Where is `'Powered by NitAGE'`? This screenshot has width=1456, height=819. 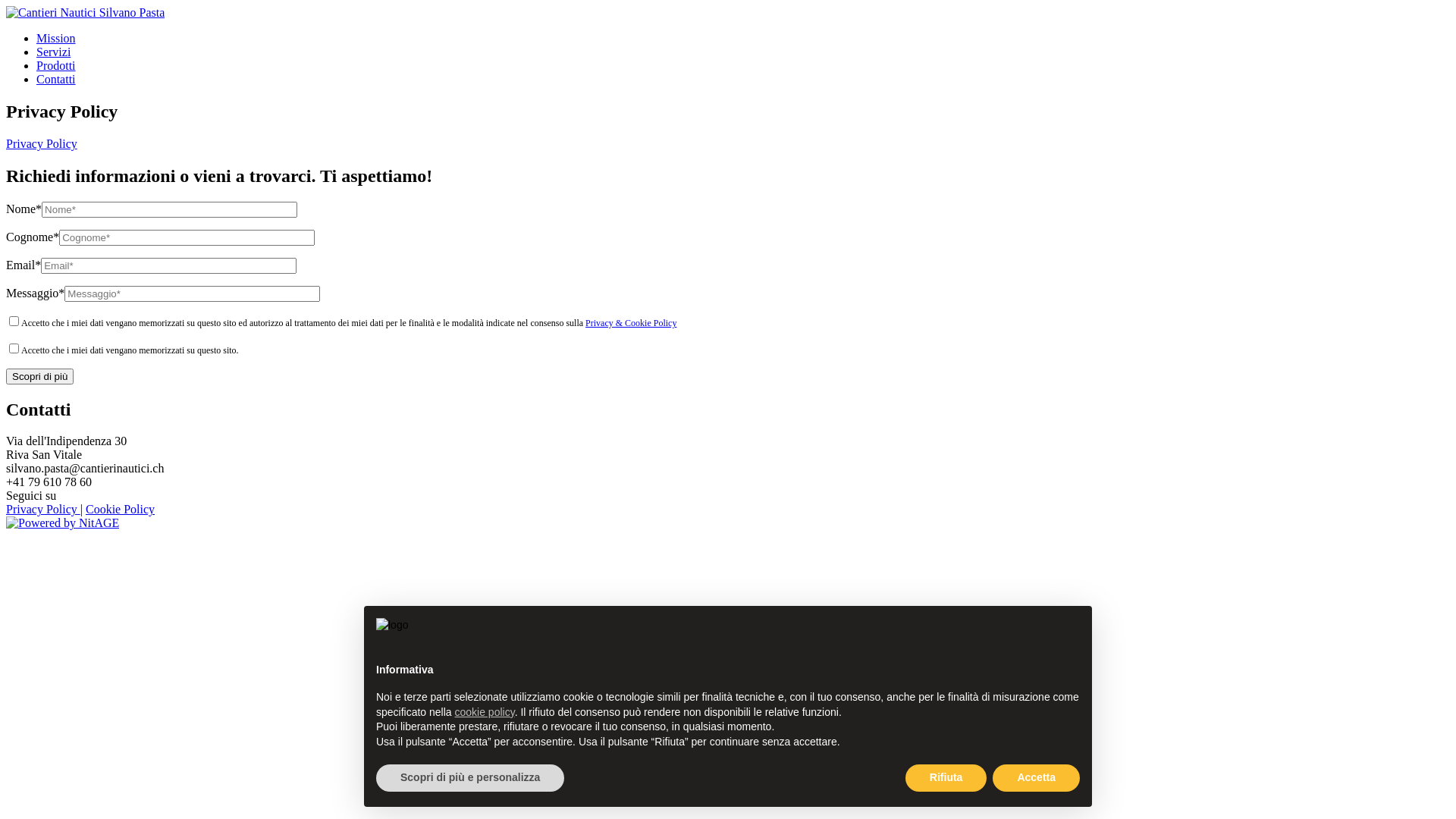
'Powered by NitAGE' is located at coordinates (6, 522).